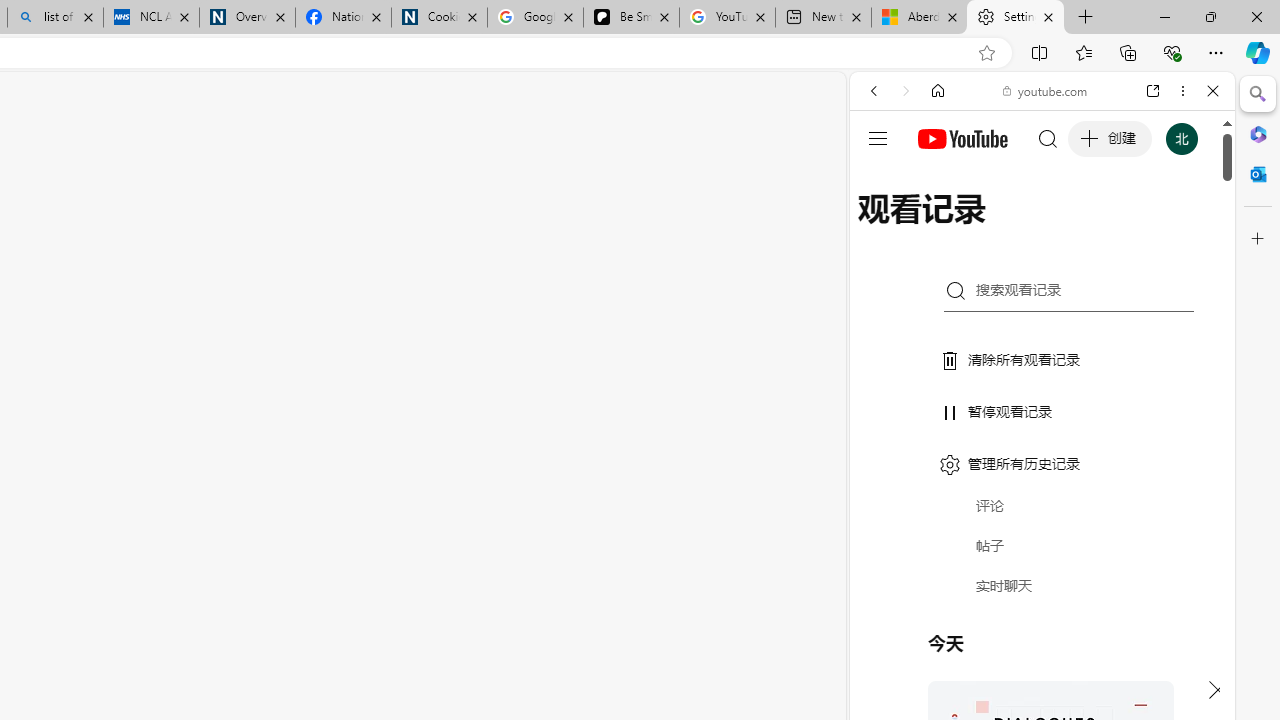  Describe the element at coordinates (1164, 546) in the screenshot. I see `'Show More Music'` at that location.